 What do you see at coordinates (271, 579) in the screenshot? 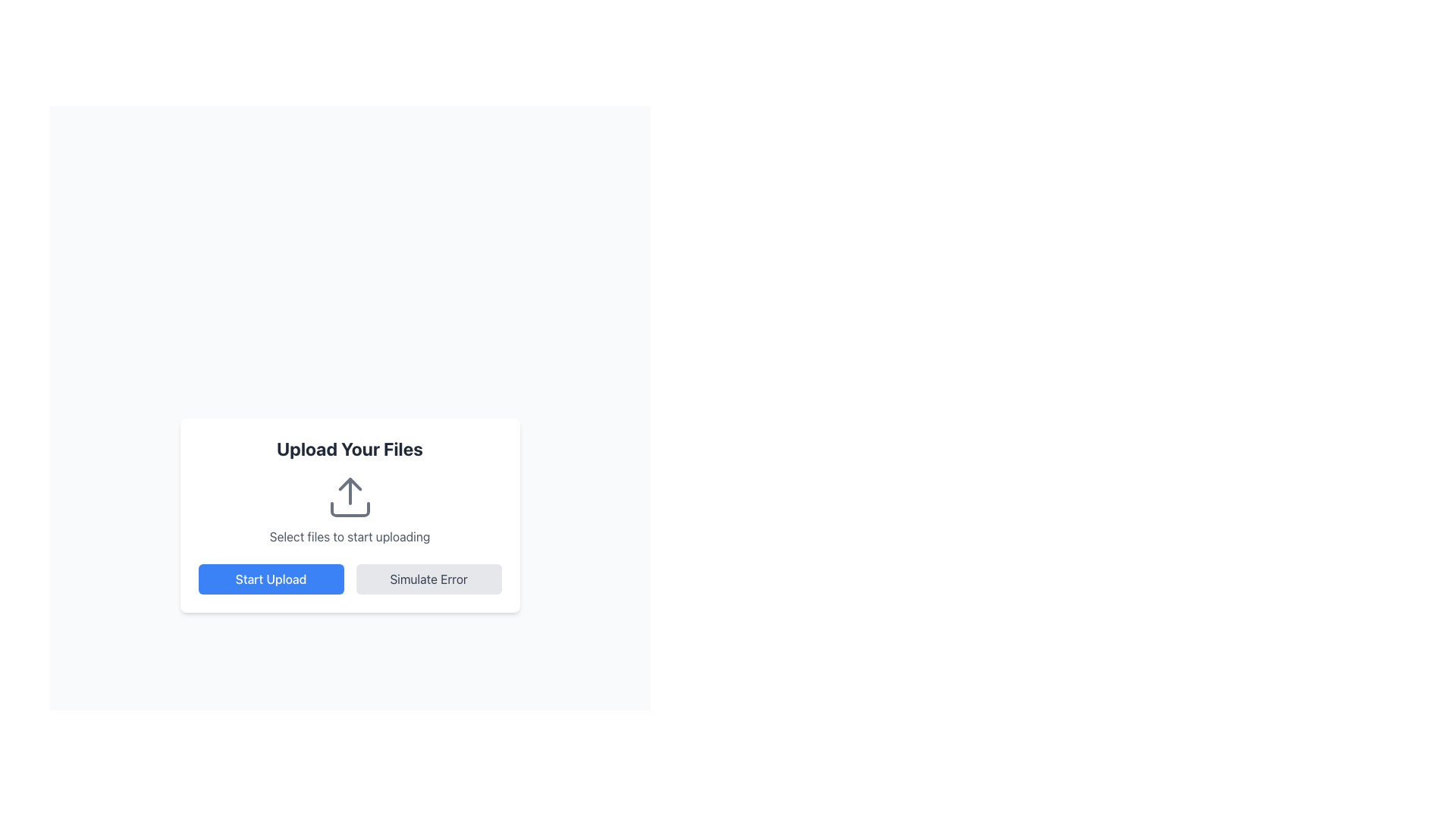
I see `the blue rectangular button labeled 'Start Upload'` at bounding box center [271, 579].